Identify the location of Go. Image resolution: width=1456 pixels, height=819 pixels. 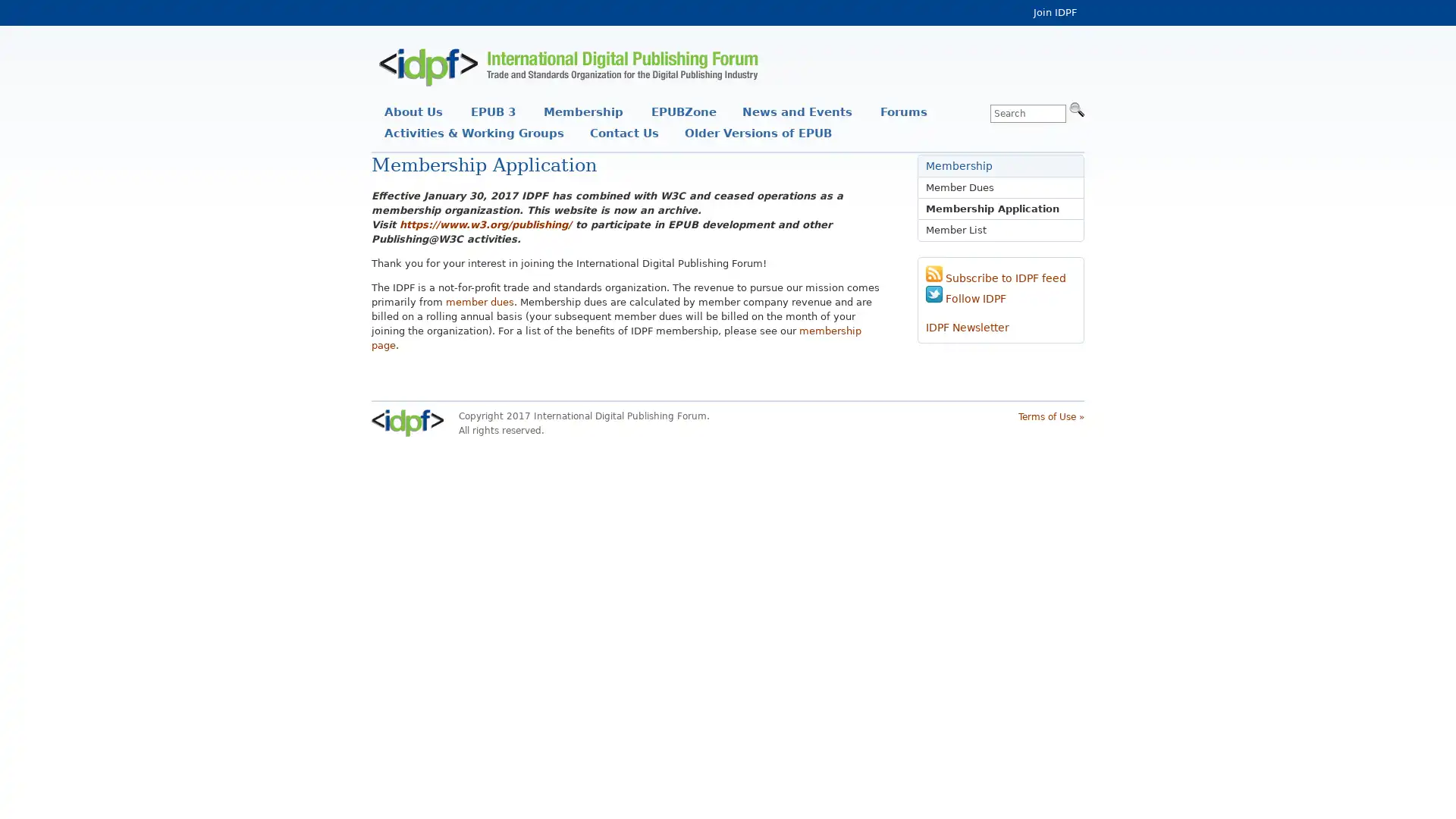
(1076, 108).